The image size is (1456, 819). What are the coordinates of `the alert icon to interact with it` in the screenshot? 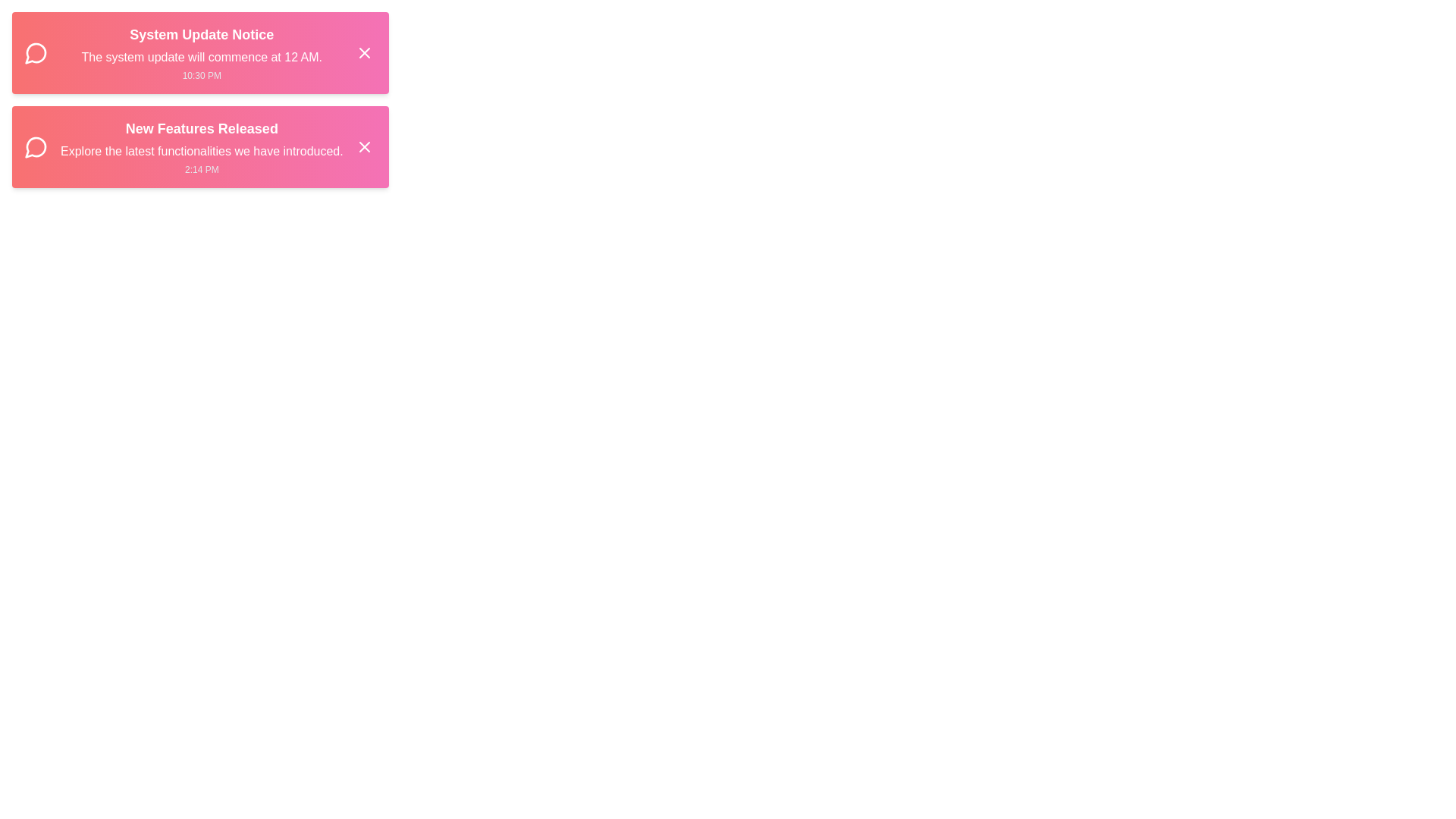 It's located at (36, 52).